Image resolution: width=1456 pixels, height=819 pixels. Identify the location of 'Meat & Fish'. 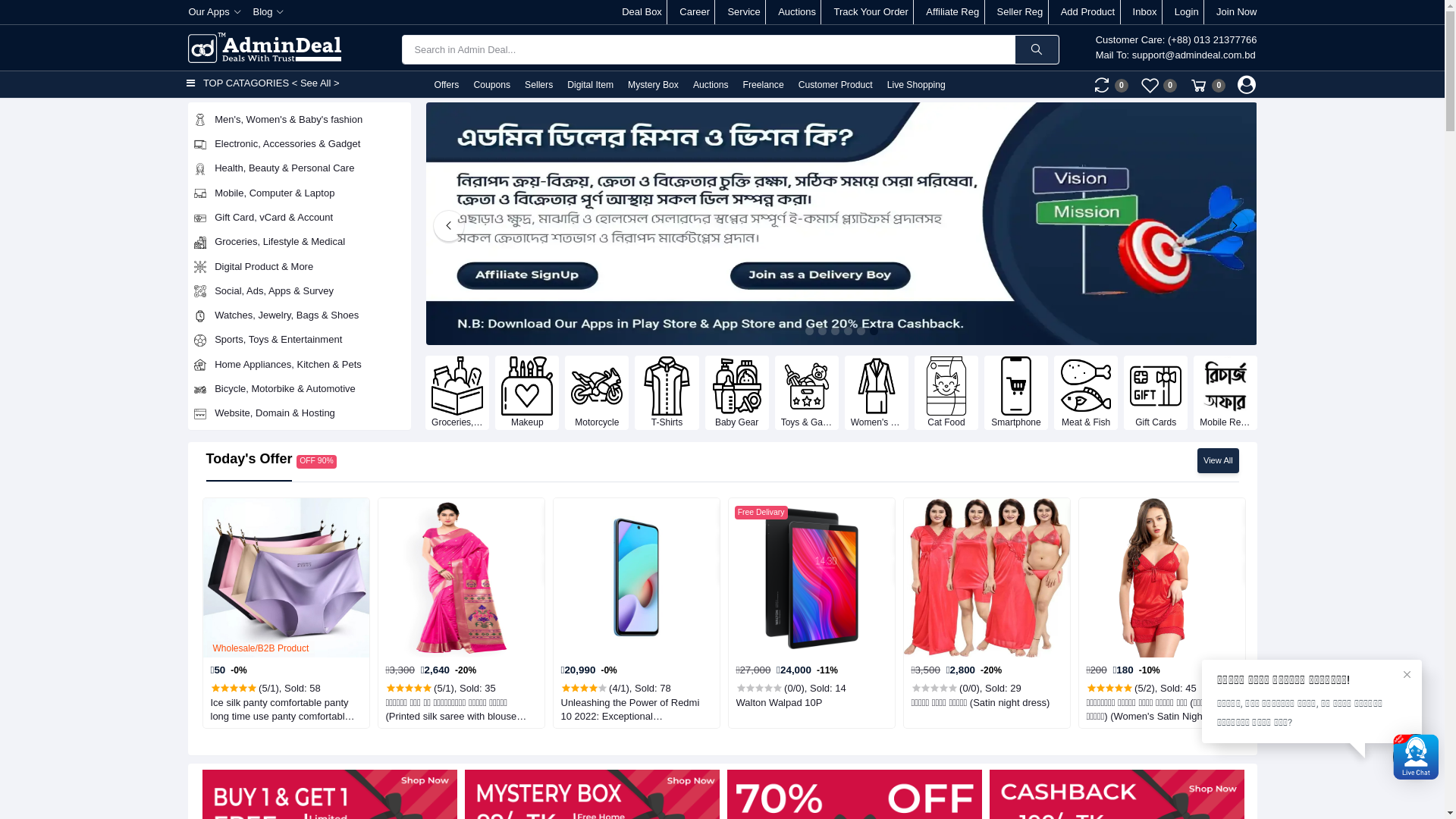
(1084, 391).